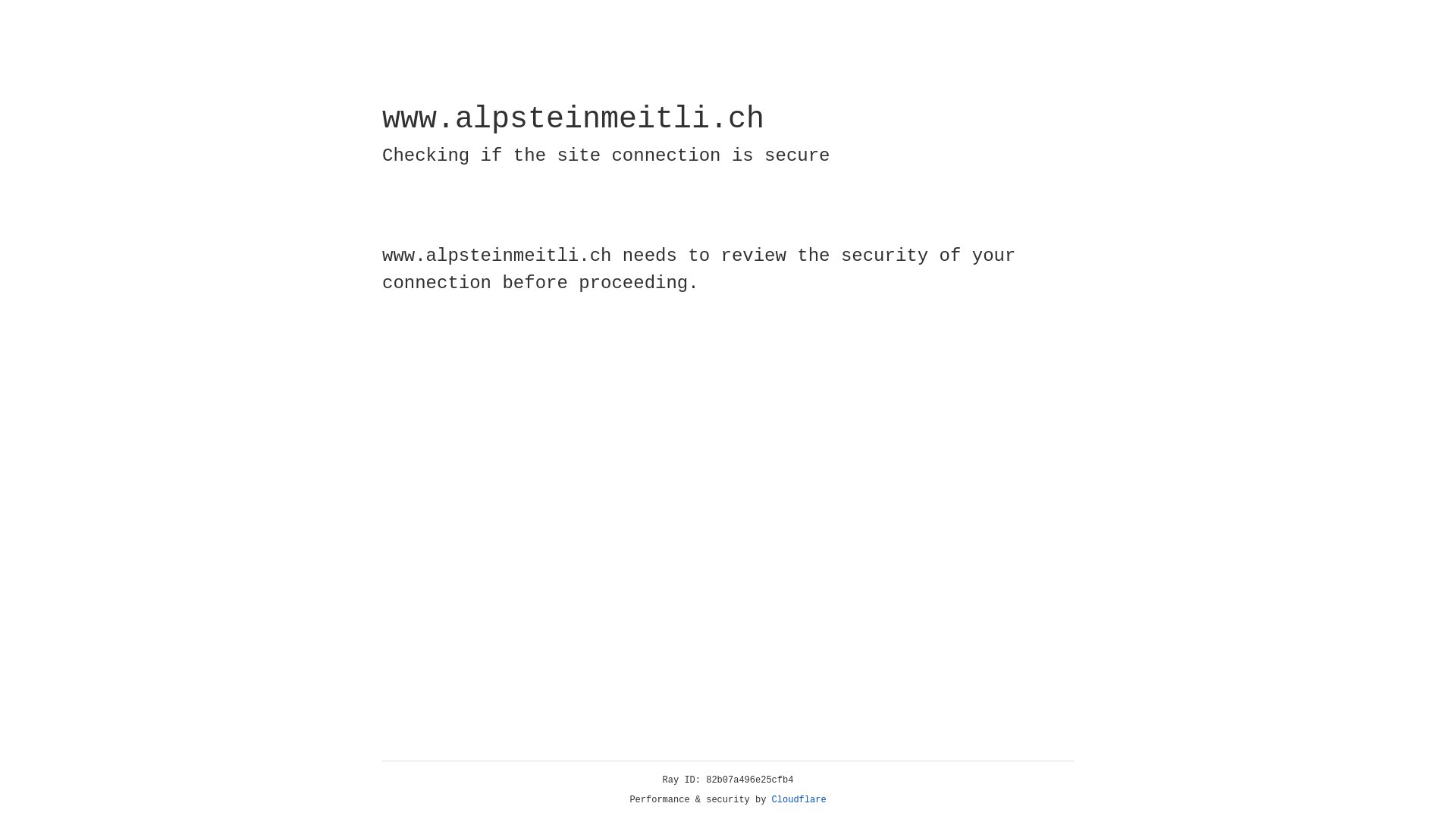 The width and height of the screenshot is (1456, 819). Describe the element at coordinates (799, 799) in the screenshot. I see `'Cloudflare'` at that location.